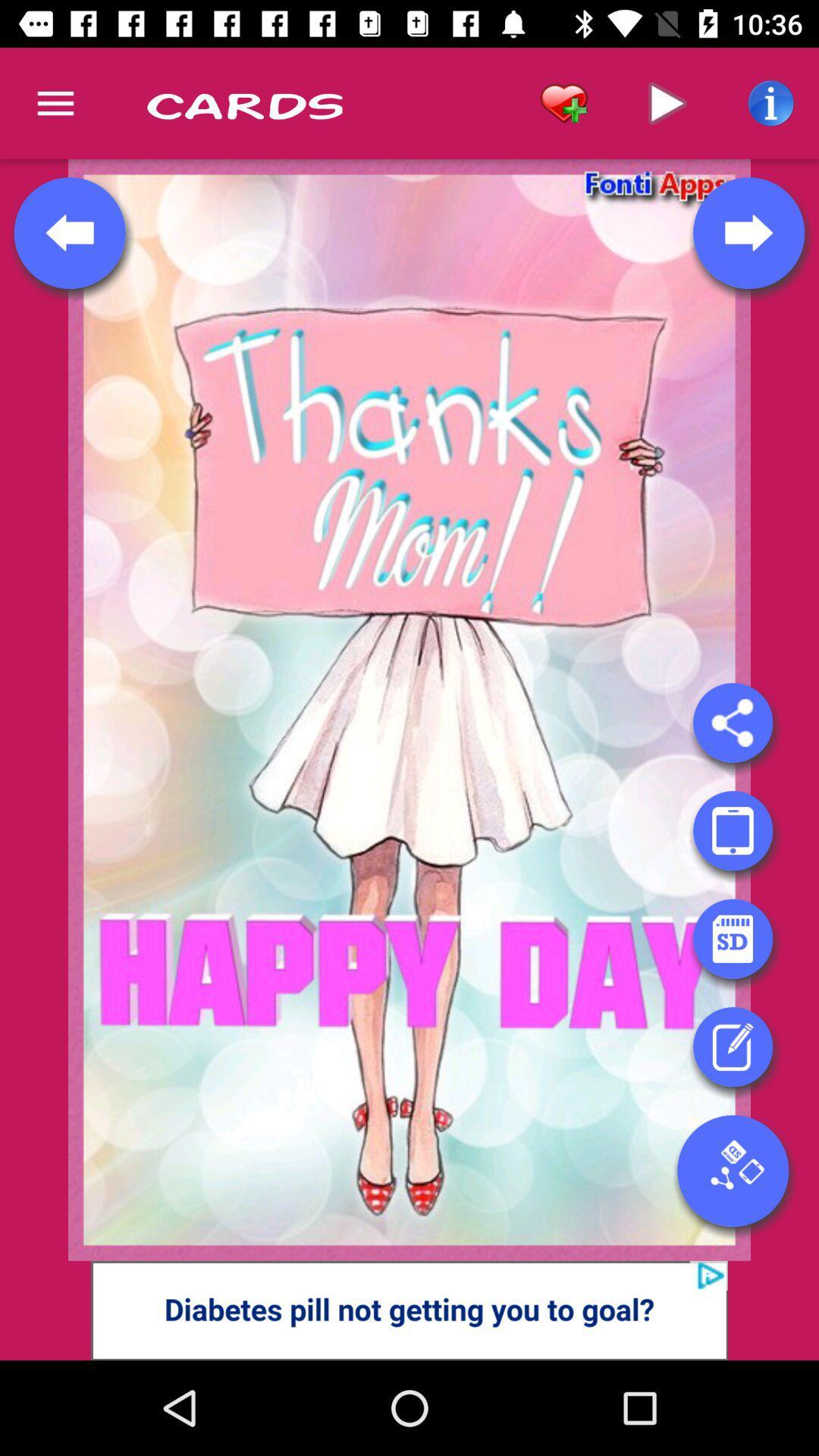  What do you see at coordinates (409, 1310) in the screenshot?
I see `open advertisement` at bounding box center [409, 1310].